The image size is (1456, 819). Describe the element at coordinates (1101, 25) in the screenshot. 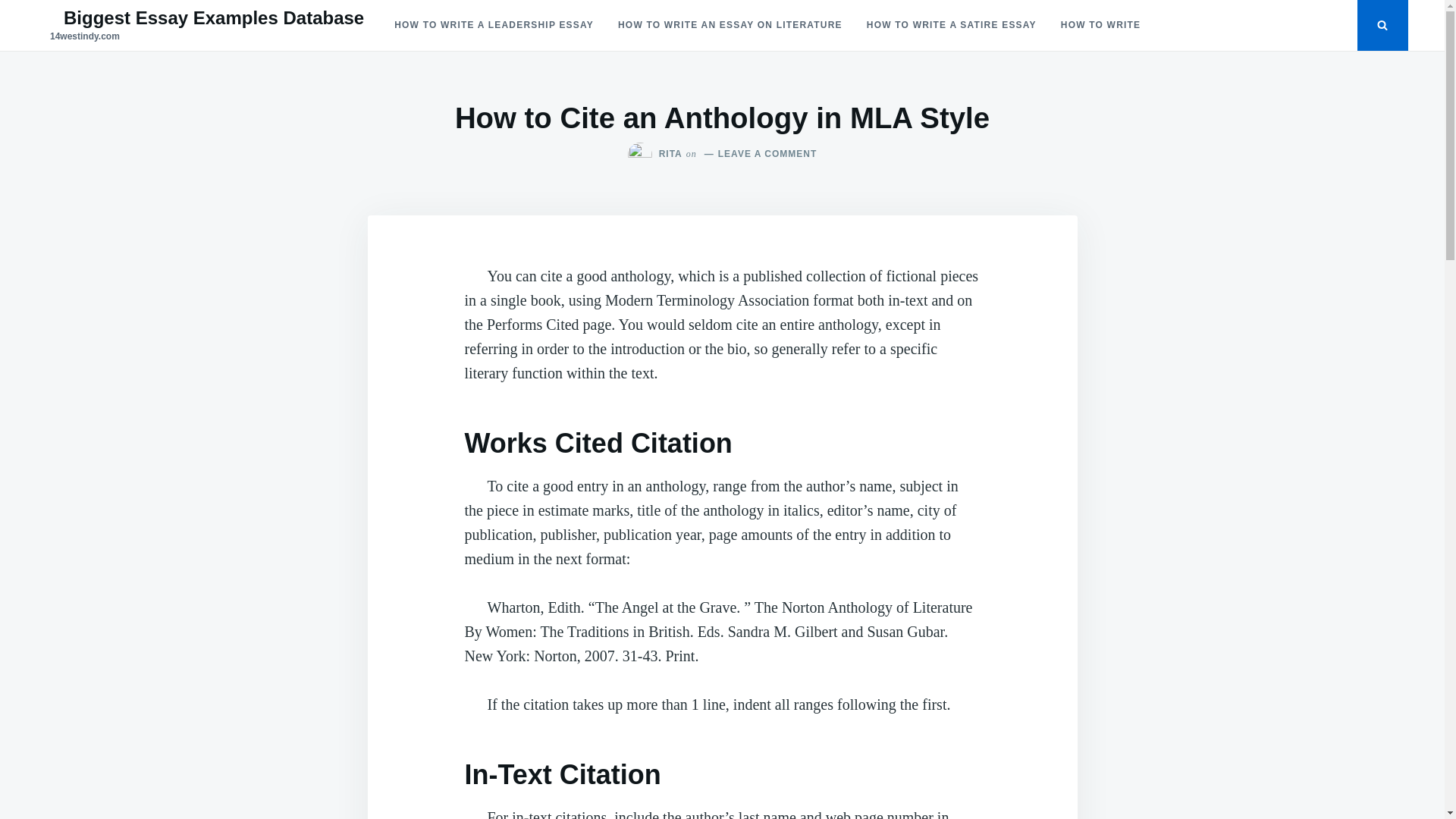

I see `'HOW TO WRITE'` at that location.